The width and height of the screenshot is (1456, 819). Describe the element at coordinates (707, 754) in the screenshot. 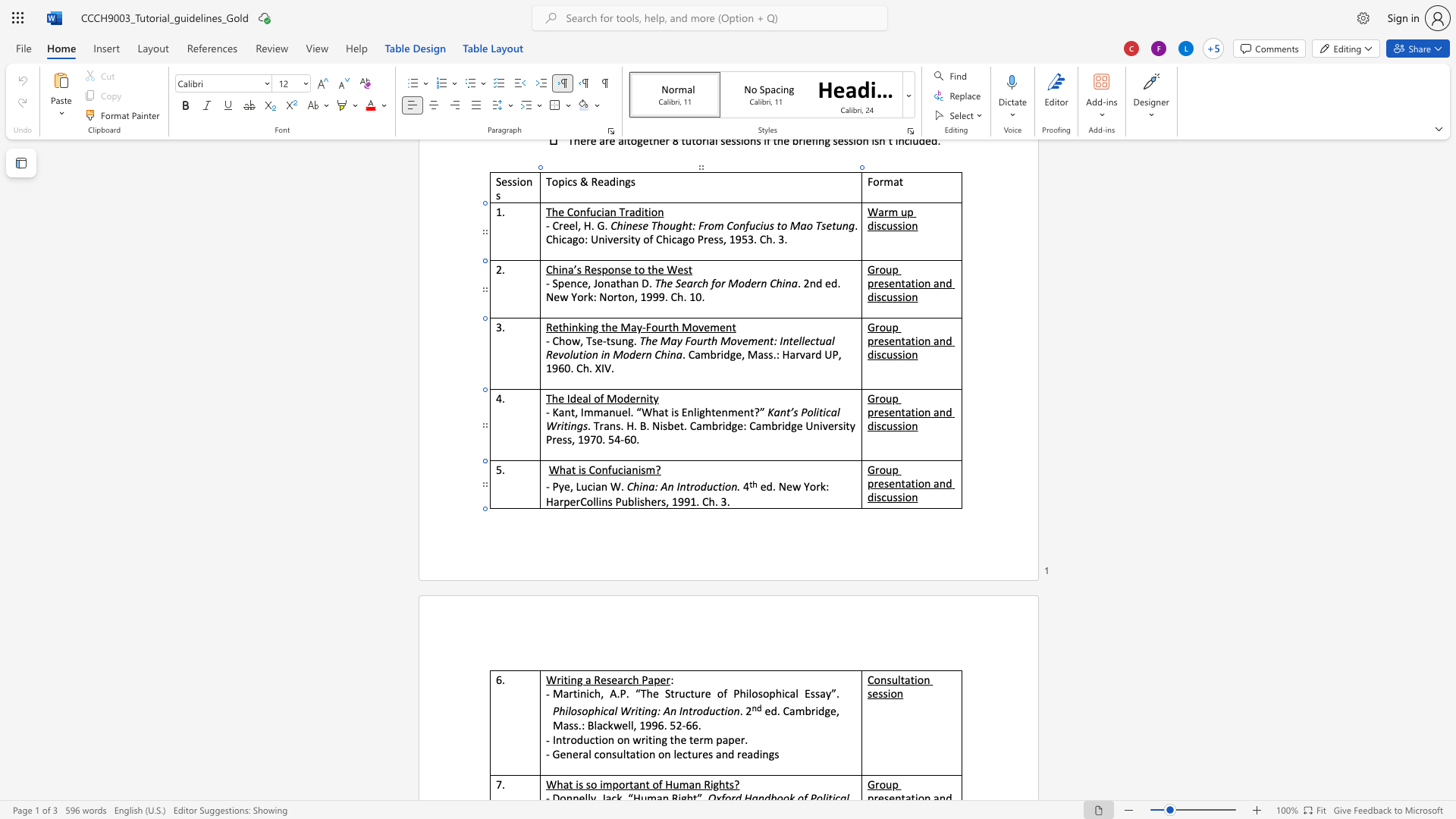

I see `the space between the continuous character "e" and "s" in the text` at that location.